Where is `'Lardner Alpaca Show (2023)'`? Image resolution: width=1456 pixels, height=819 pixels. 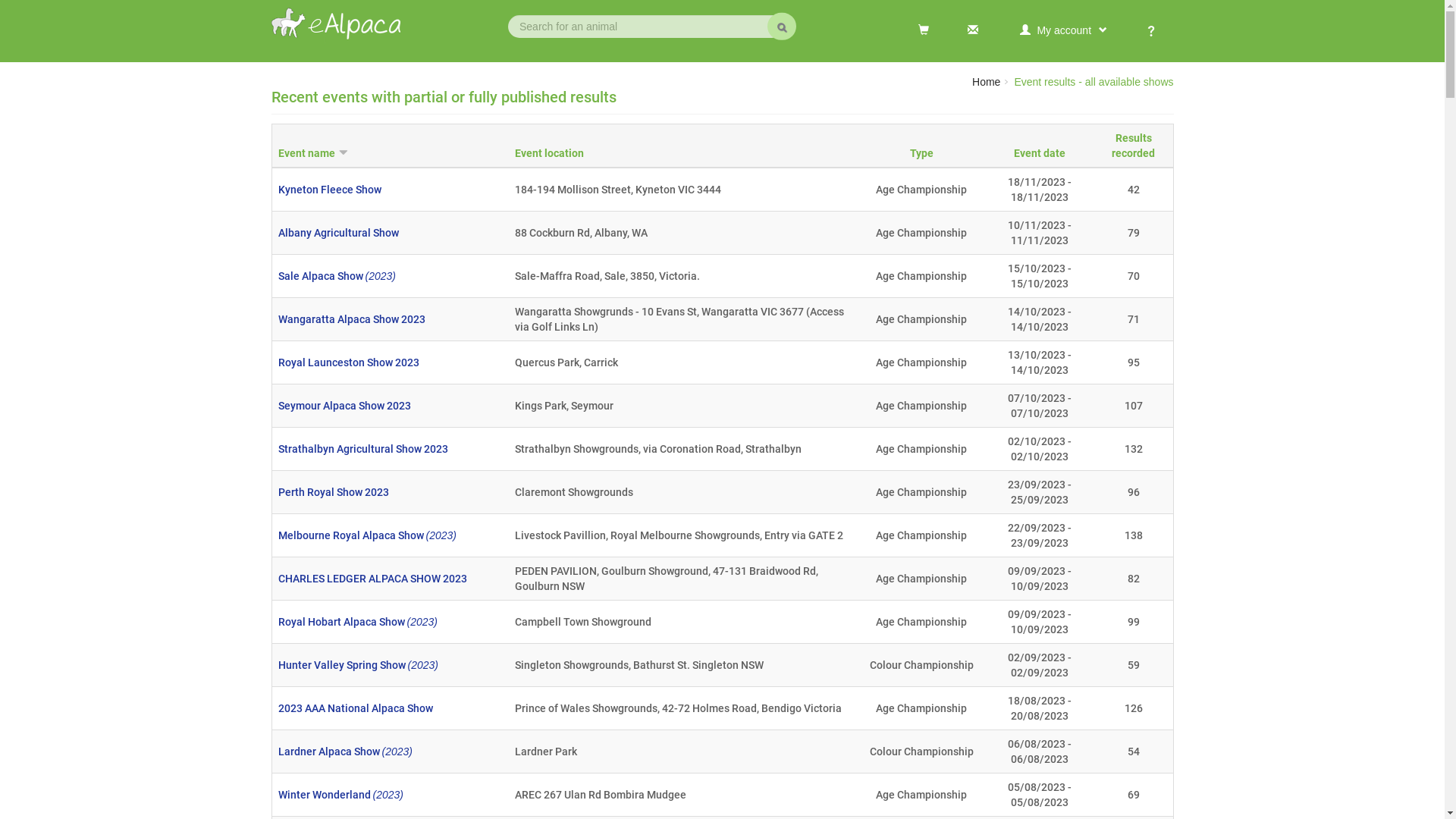
'Lardner Alpaca Show (2023)' is located at coordinates (344, 752).